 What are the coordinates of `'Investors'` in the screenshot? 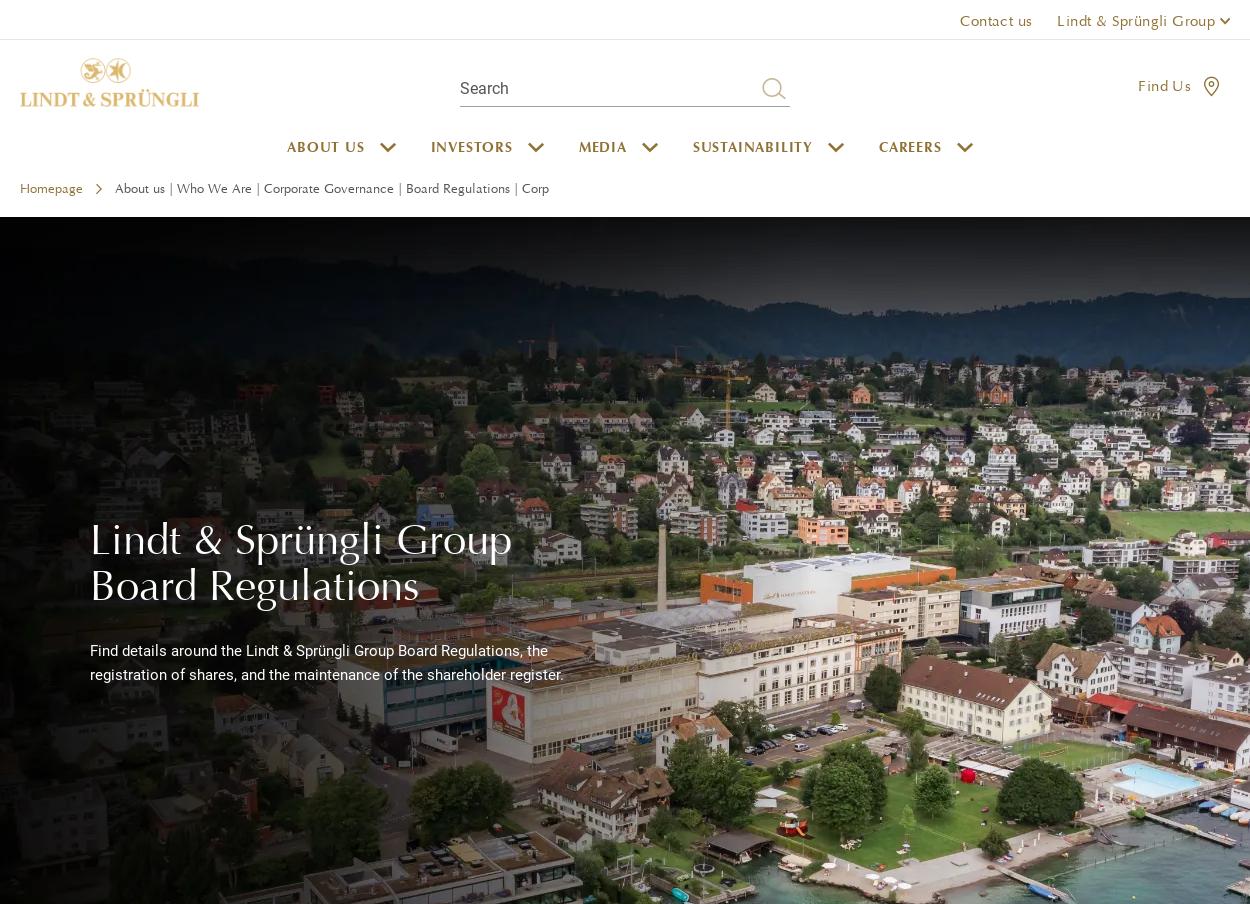 It's located at (429, 145).